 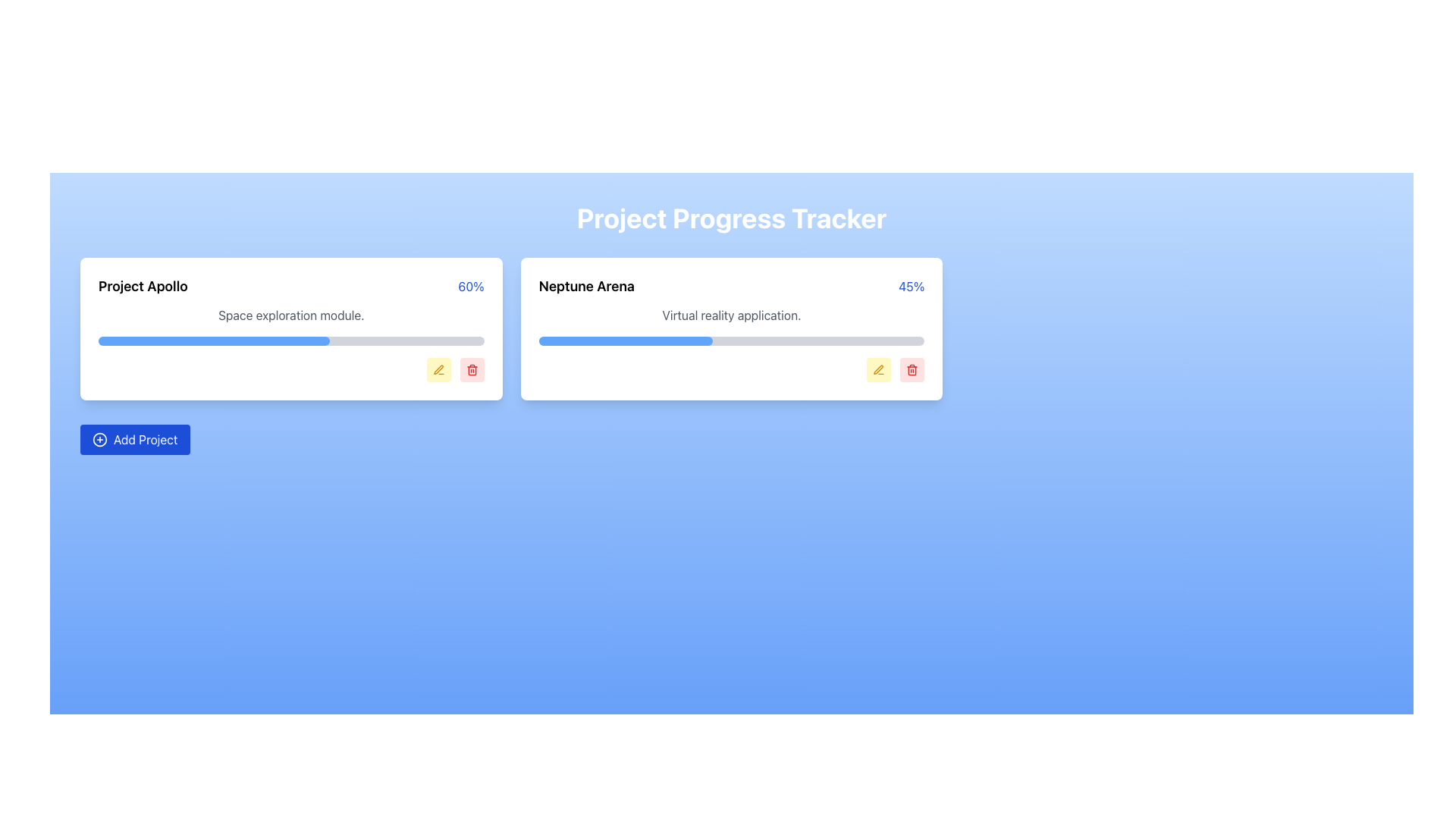 I want to click on the text label indicating a percentage value associated with the 'Neptune Arena' project to possibly trigger a tooltip, so click(x=911, y=287).